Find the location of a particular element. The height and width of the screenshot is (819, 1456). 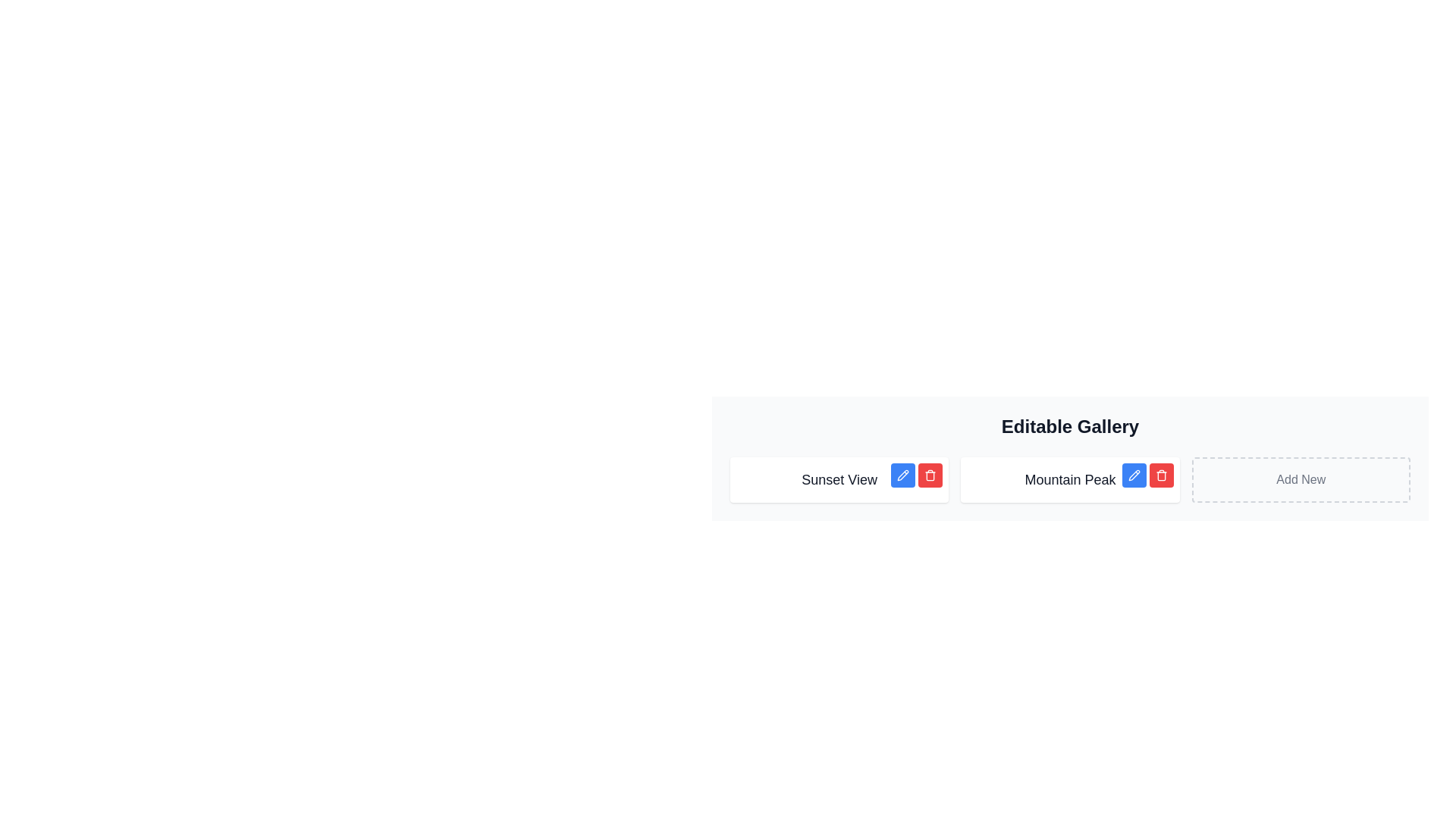

the red square button with a trash bin icon located in the second column of the control panel for the 'Mountain Peak' item is located at coordinates (930, 475).